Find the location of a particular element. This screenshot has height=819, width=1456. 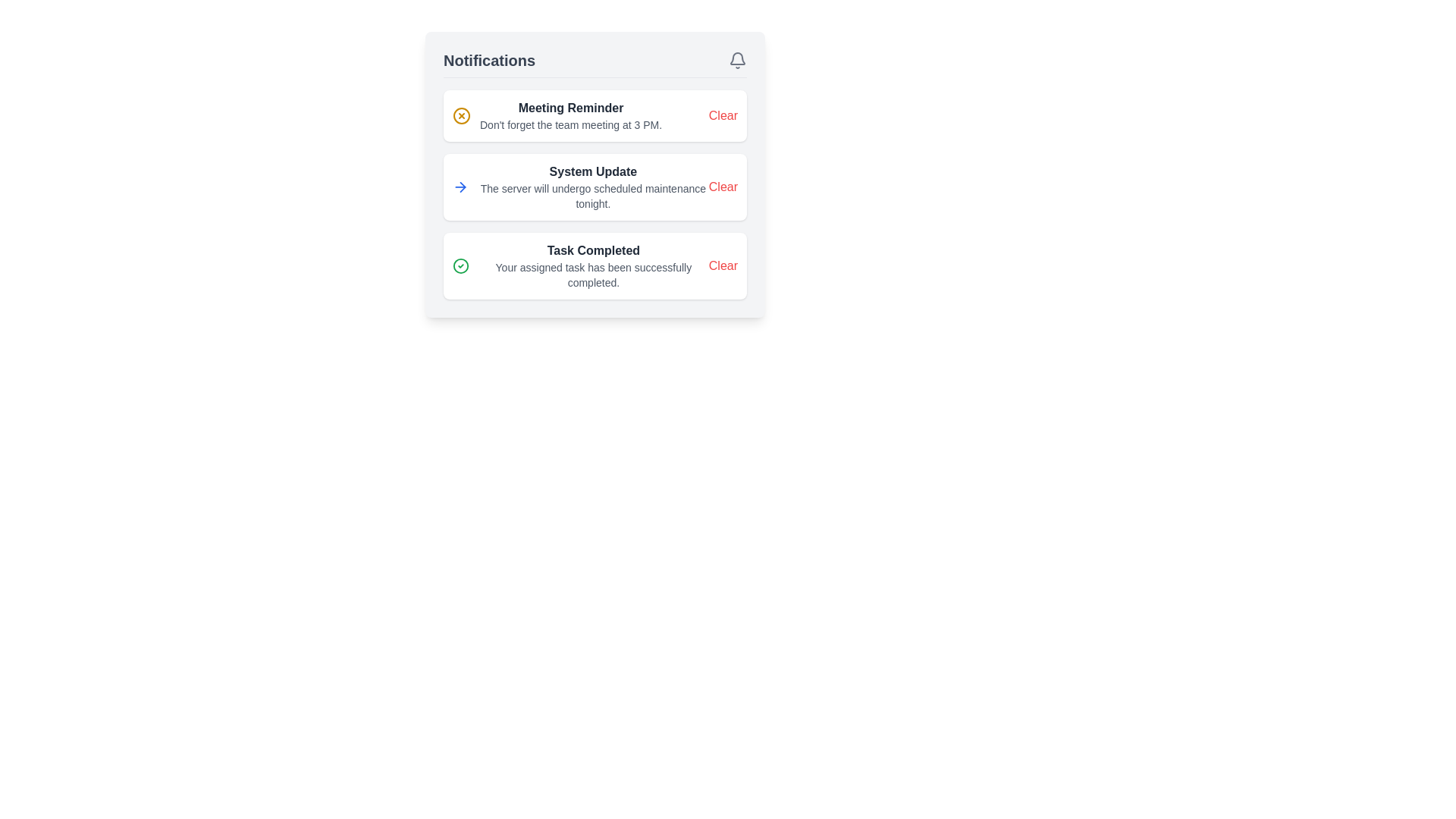

the 'Clear' button, which is a bold red textual button located at the extreme right of the notification card is located at coordinates (722, 186).